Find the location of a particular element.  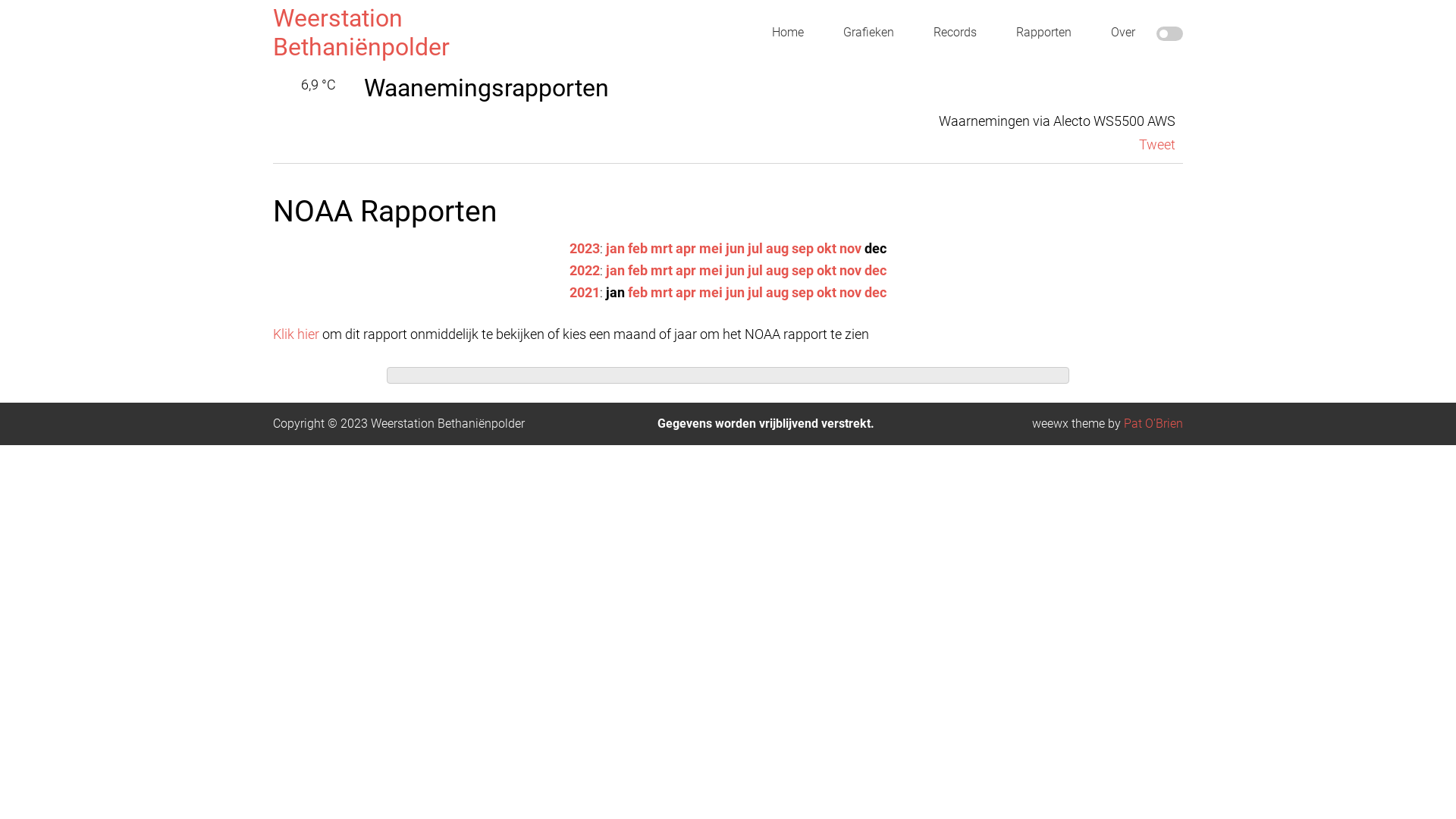

'Home' is located at coordinates (787, 32).